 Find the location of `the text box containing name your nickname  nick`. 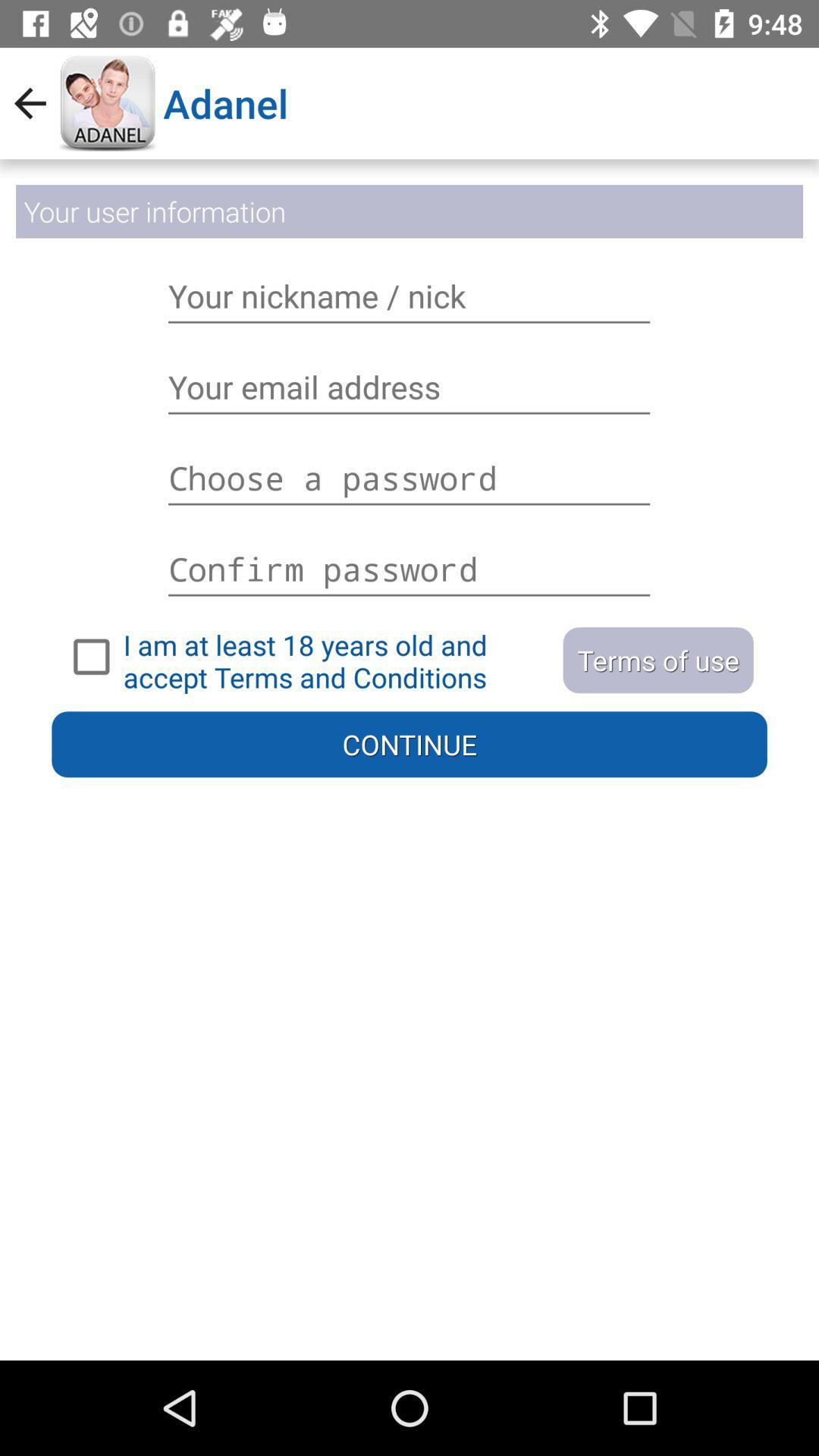

the text box containing name your nickname  nick is located at coordinates (409, 296).